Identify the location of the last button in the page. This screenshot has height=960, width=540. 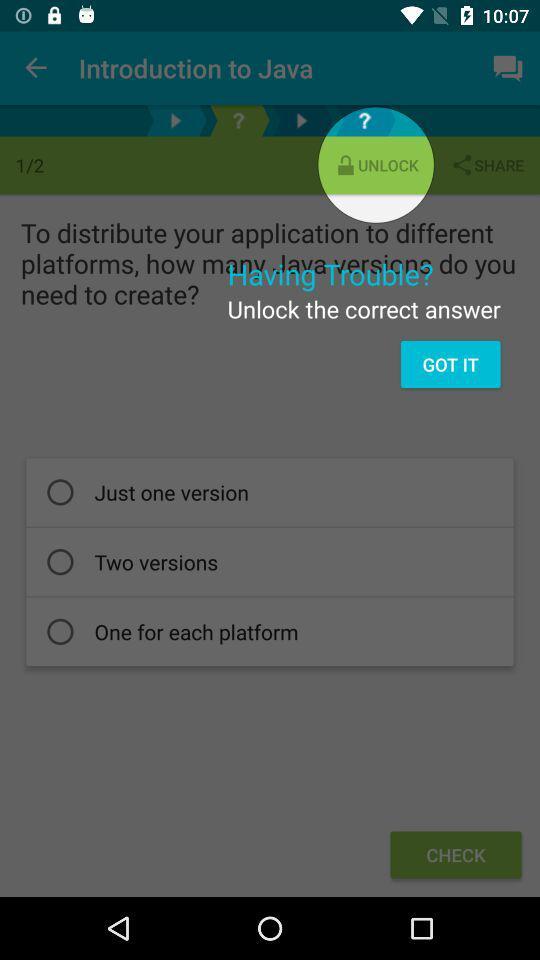
(456, 854).